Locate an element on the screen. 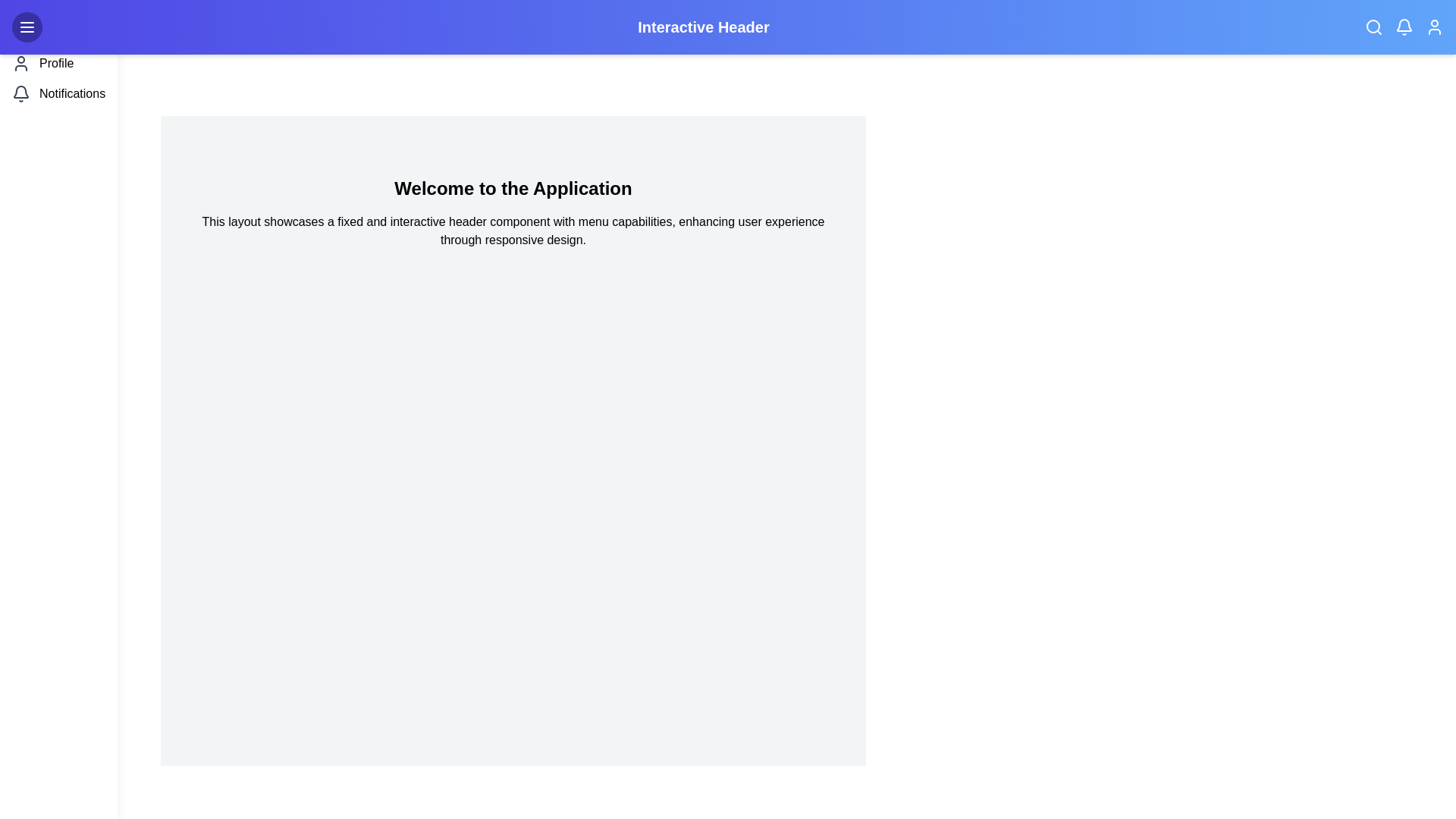  the menu toggle button located at the top-left corner of the header is located at coordinates (27, 27).